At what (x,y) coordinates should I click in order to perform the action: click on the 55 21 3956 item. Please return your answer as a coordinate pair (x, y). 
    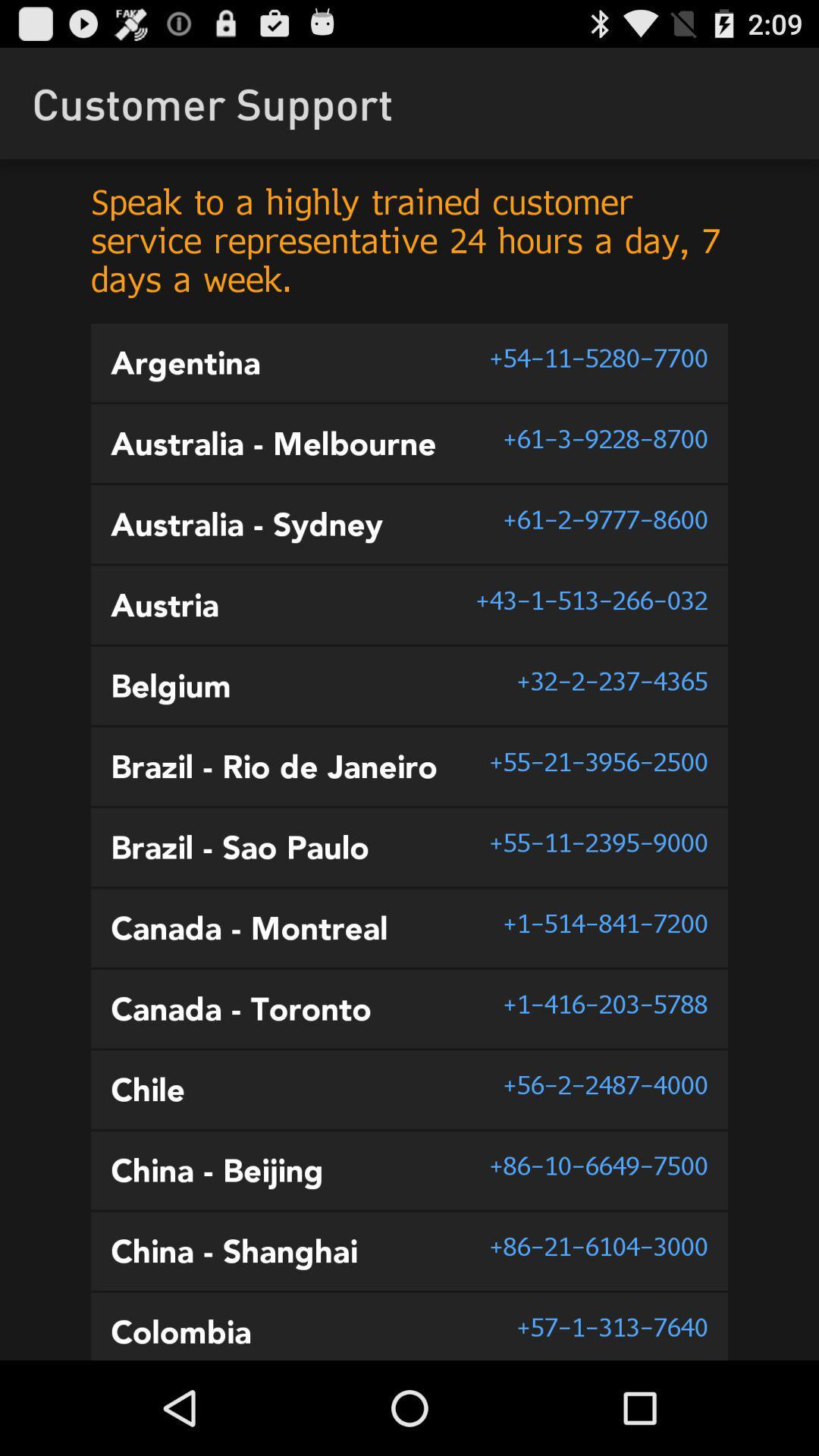
    Looking at the image, I should click on (598, 761).